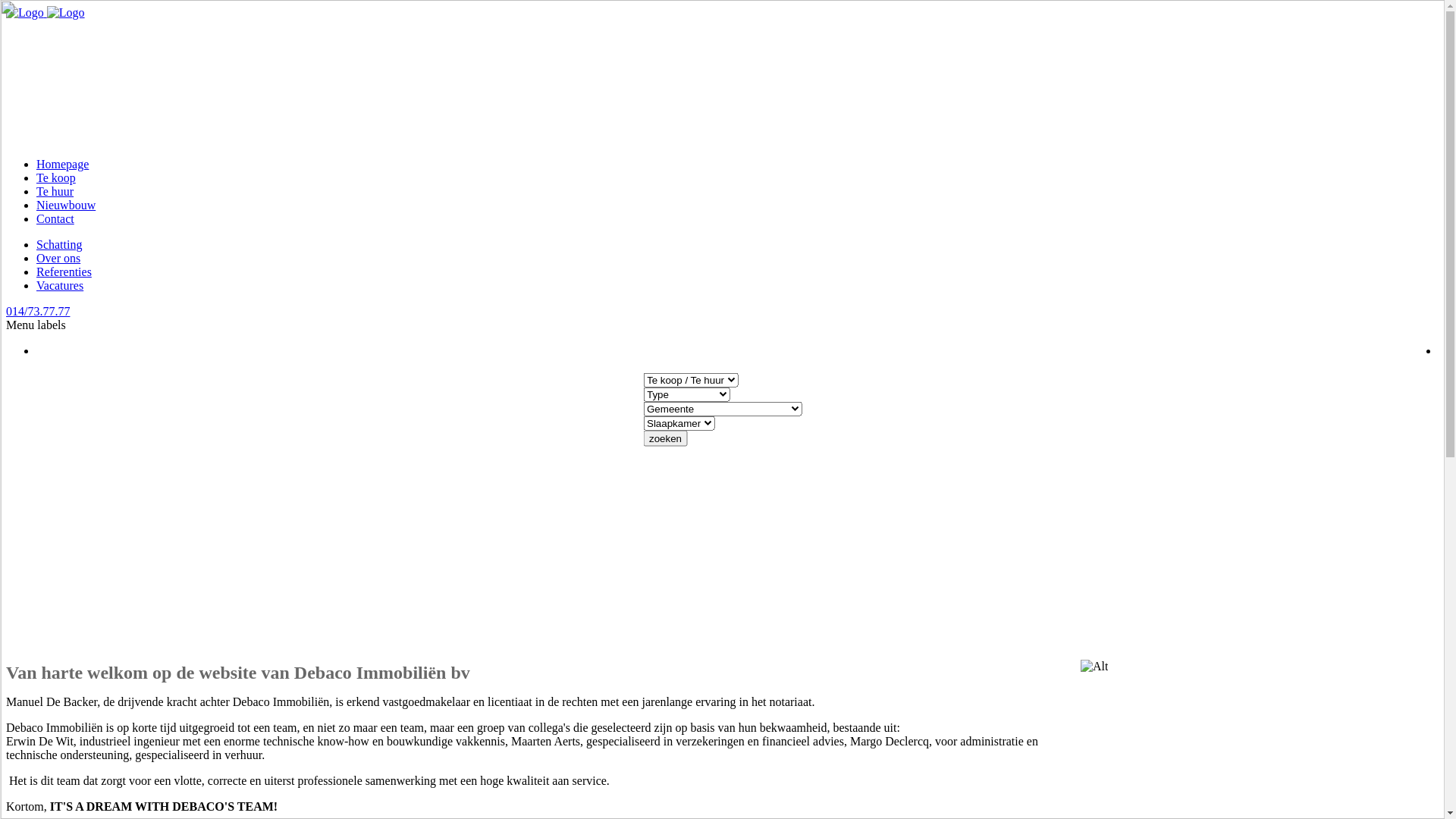 The width and height of the screenshot is (1456, 819). I want to click on 'Over ons', so click(36, 257).